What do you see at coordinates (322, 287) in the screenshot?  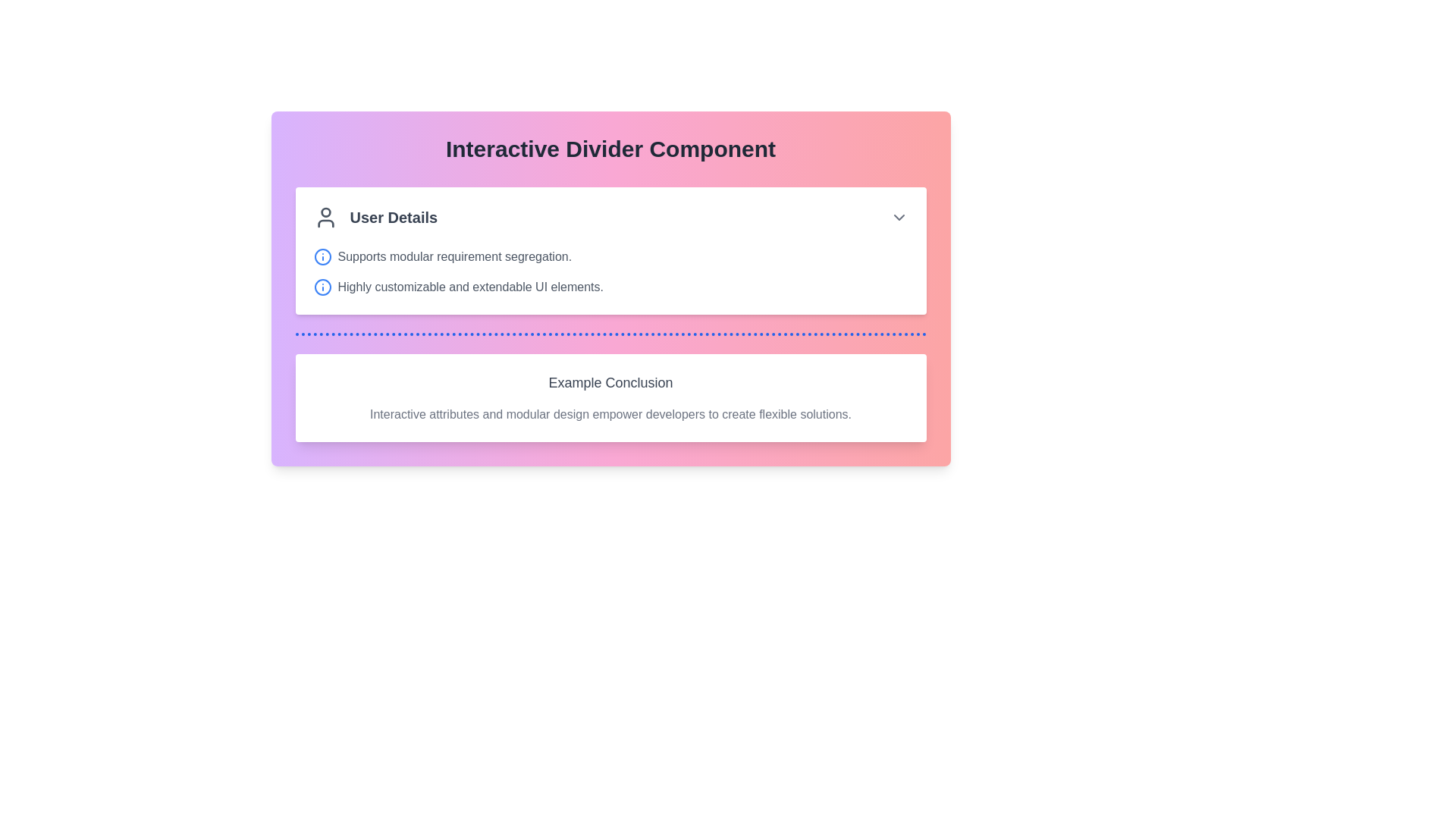 I see `the circular blue outlined info icon located to the left of the text 'Highly customizable and extendable UI elements.' in the second section under 'User Details'` at bounding box center [322, 287].